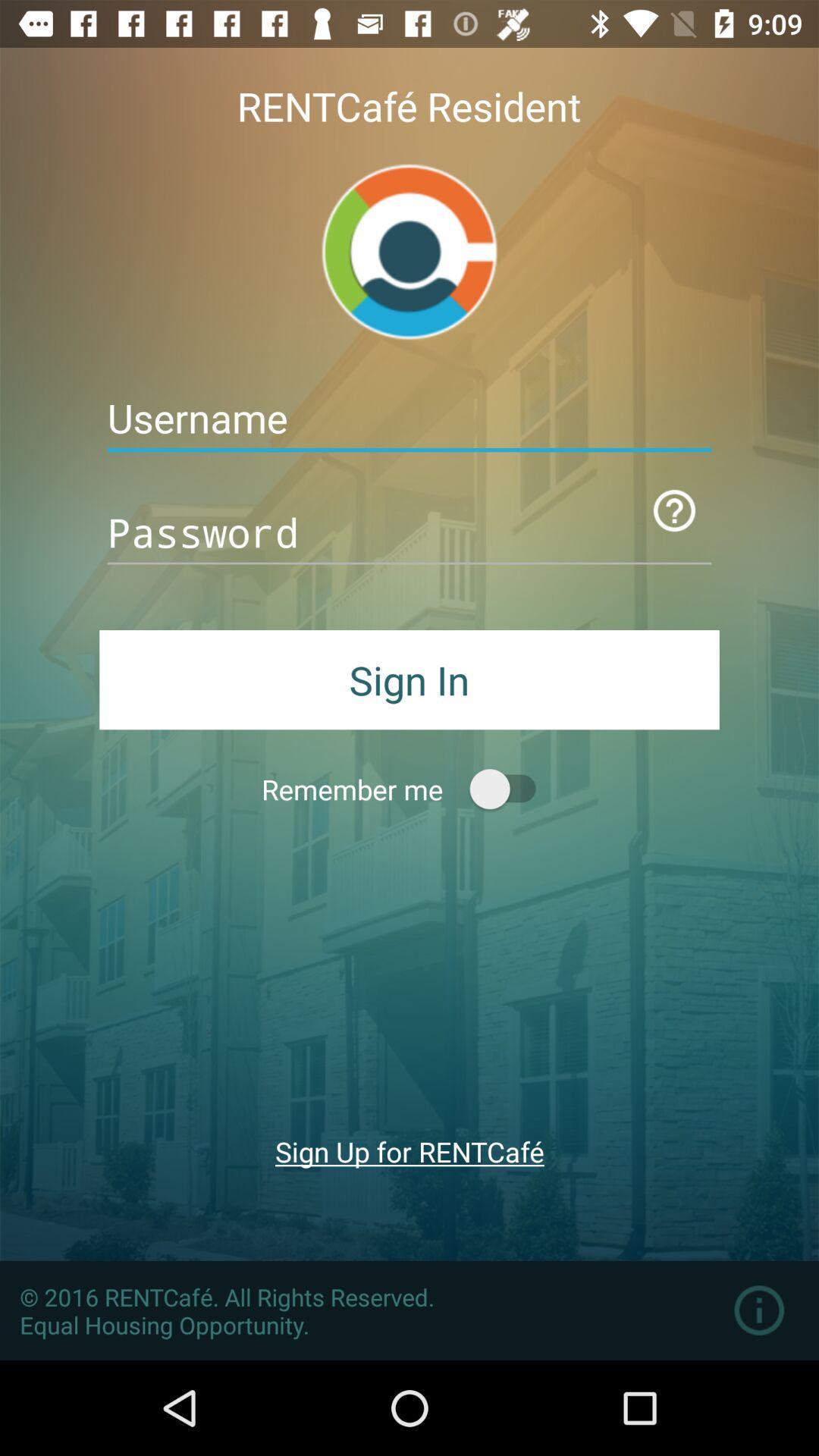 The width and height of the screenshot is (819, 1456). Describe the element at coordinates (510, 789) in the screenshot. I see `remember me button` at that location.